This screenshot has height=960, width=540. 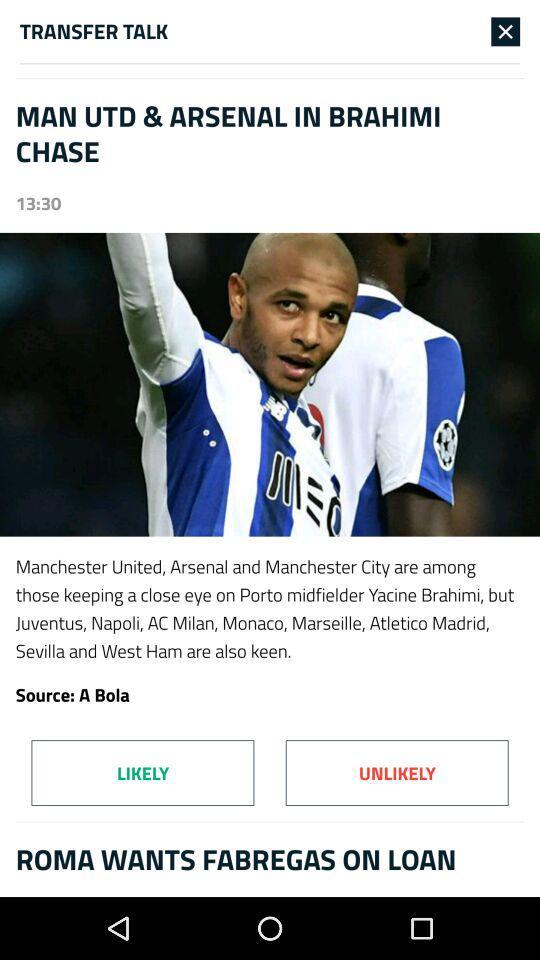 What do you see at coordinates (397, 772) in the screenshot?
I see `the item to the right of the likely item` at bounding box center [397, 772].